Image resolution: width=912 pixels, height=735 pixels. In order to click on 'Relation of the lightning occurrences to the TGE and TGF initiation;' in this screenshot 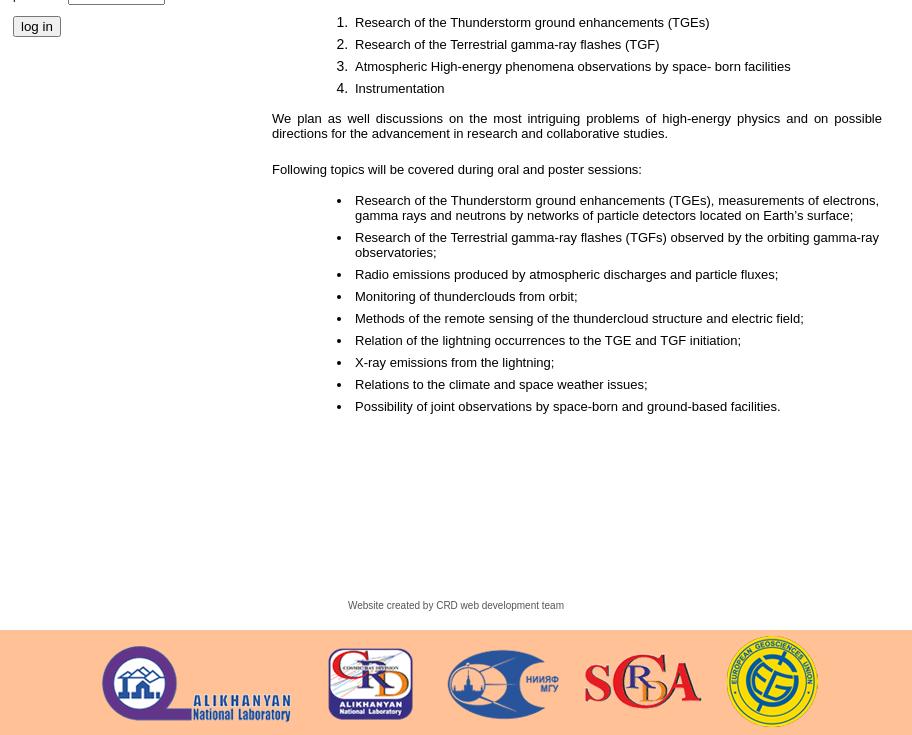, I will do `click(553, 339)`.